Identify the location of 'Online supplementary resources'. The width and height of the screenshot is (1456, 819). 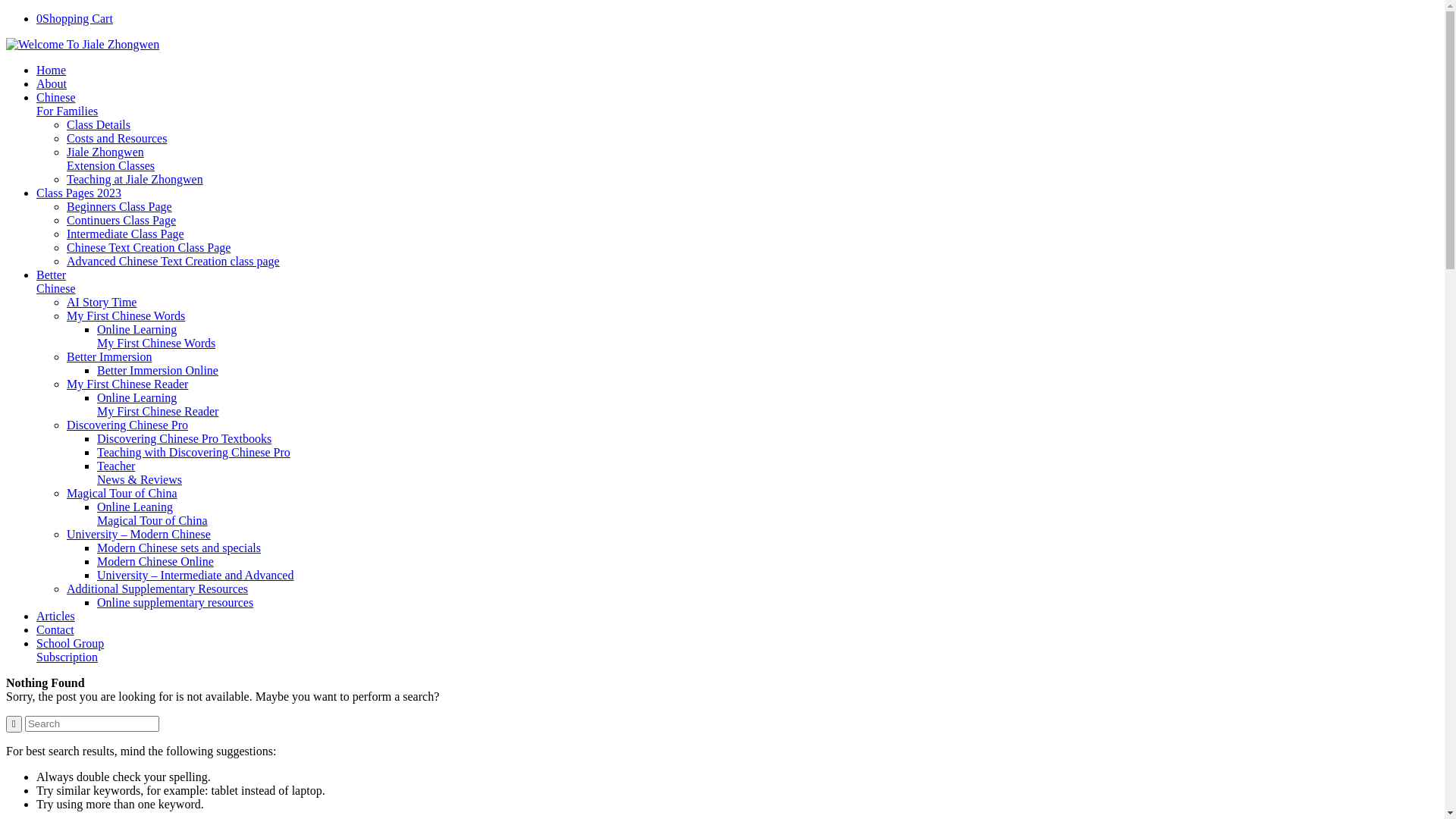
(174, 601).